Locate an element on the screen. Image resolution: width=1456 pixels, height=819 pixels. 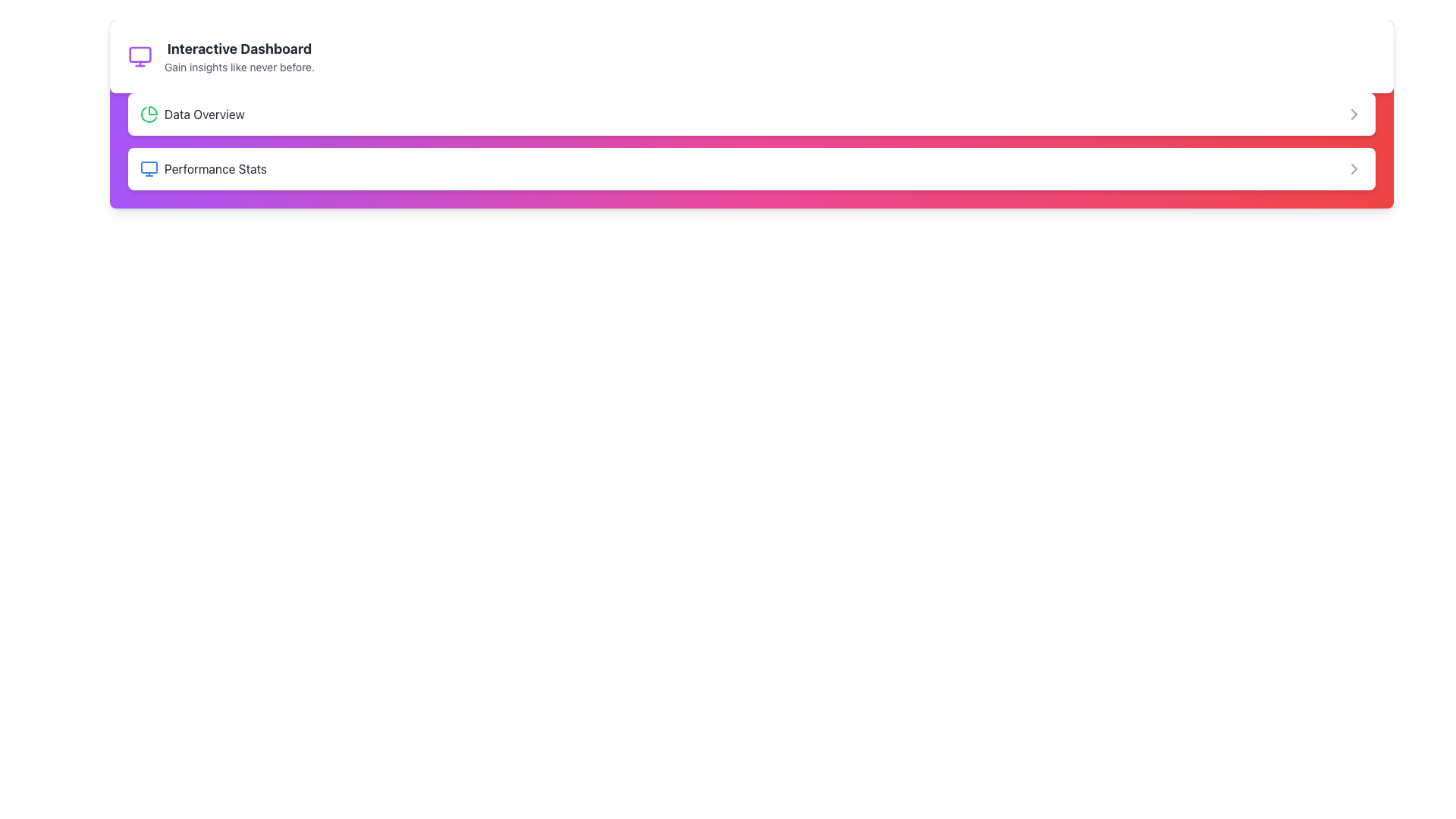
the navigation button located to the far right of the 'Performance Stats' text is located at coordinates (1354, 169).